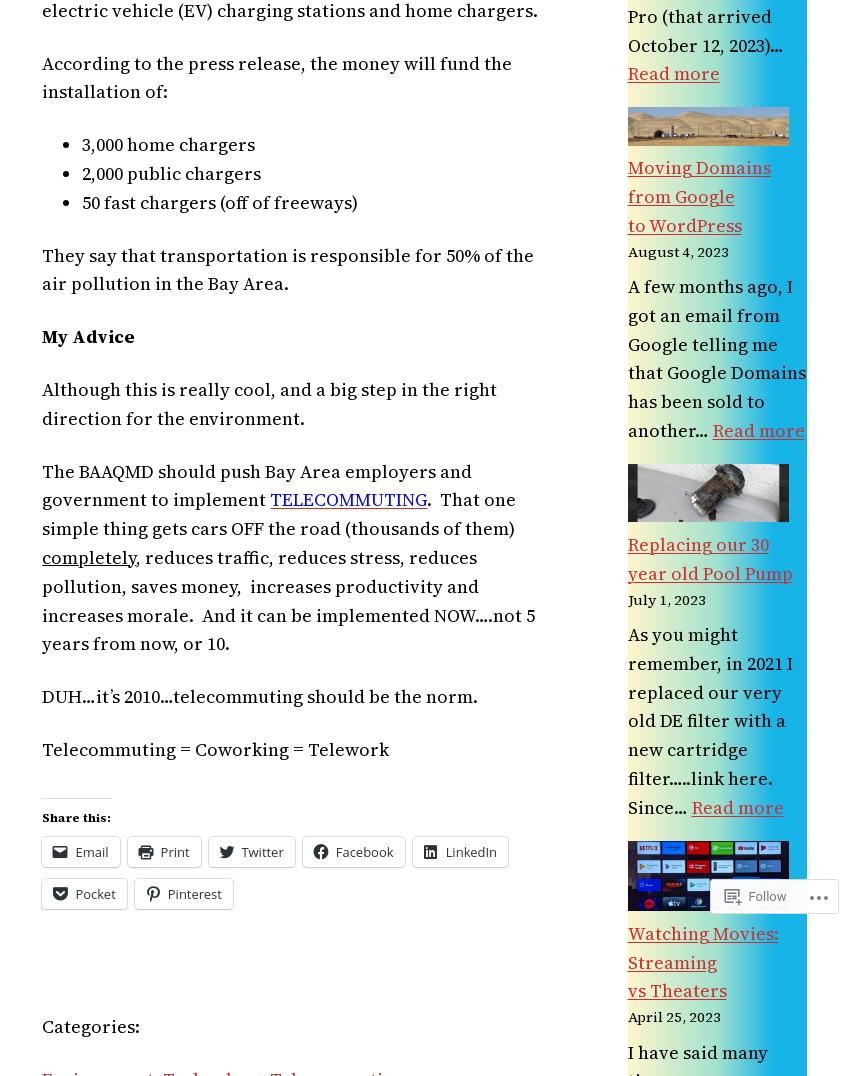 This screenshot has width=849, height=1076. What do you see at coordinates (214, 747) in the screenshot?
I see `'Telecommuting = Coworking = Telework'` at bounding box center [214, 747].